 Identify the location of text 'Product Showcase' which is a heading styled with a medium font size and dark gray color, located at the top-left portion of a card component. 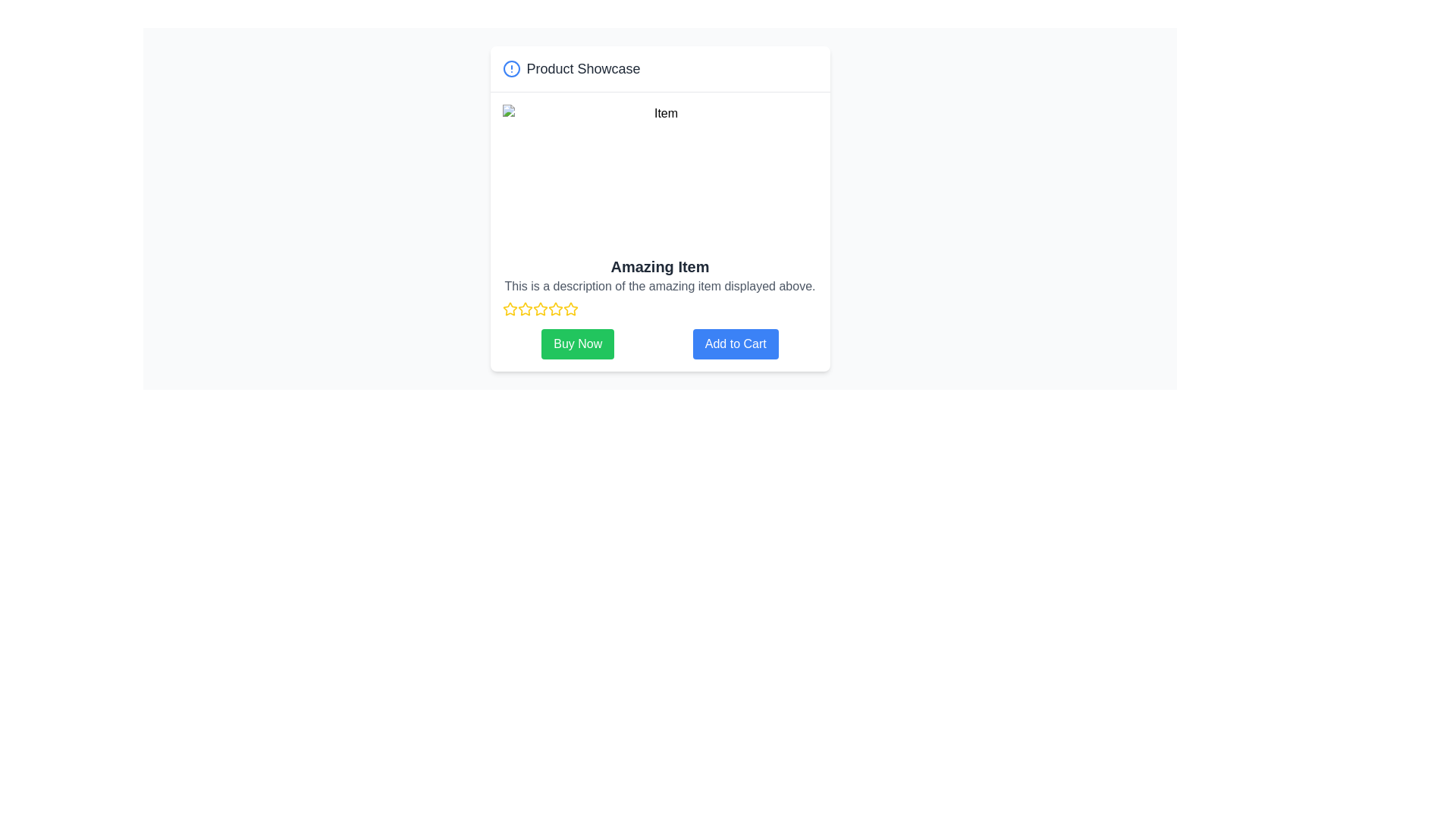
(582, 69).